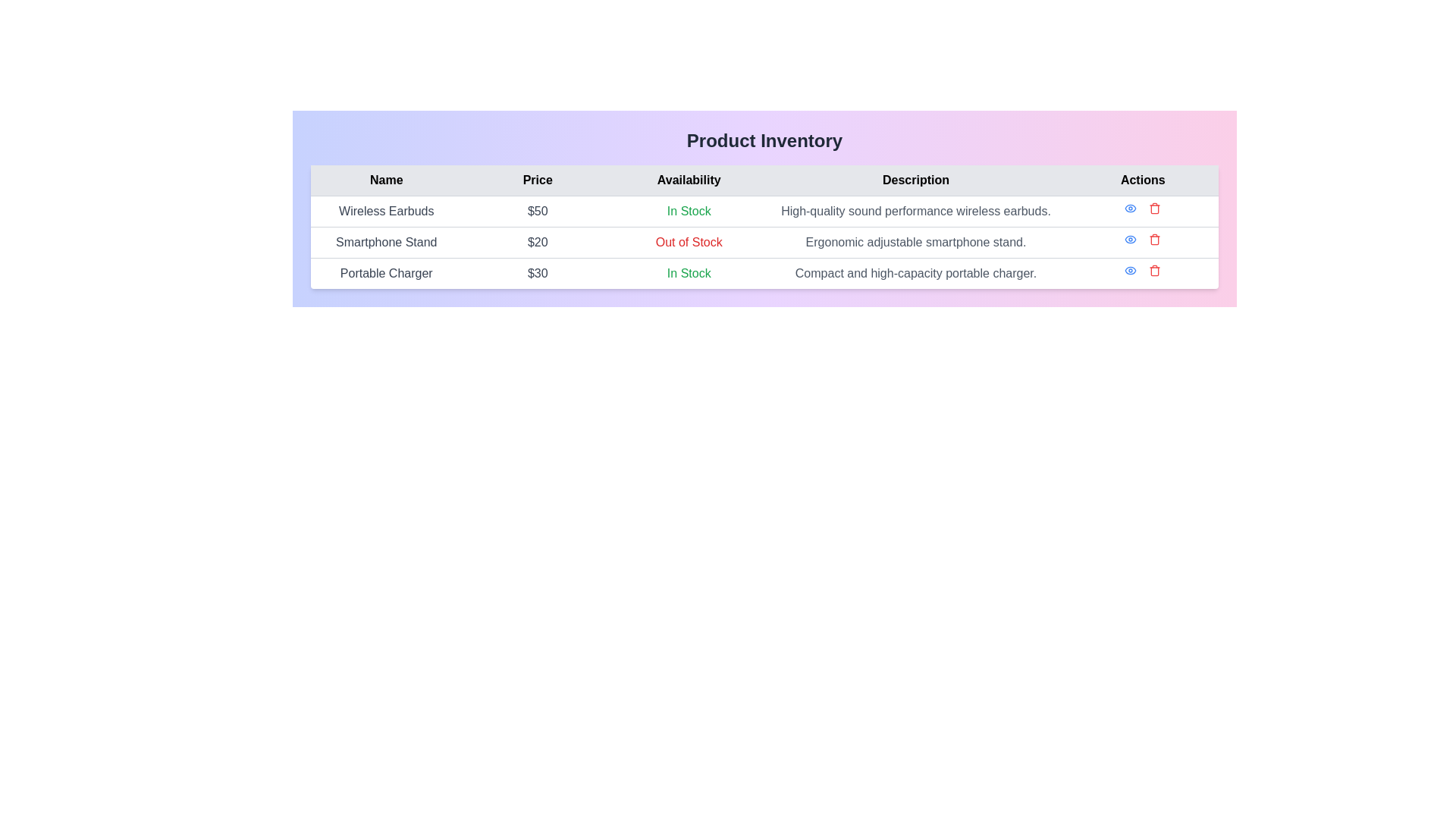 This screenshot has height=819, width=1456. Describe the element at coordinates (538, 211) in the screenshot. I see `the text label displaying '$50' in the 'Price' column for 'Wireless Earbuds', which is styled in bold and centered on a white background` at that location.